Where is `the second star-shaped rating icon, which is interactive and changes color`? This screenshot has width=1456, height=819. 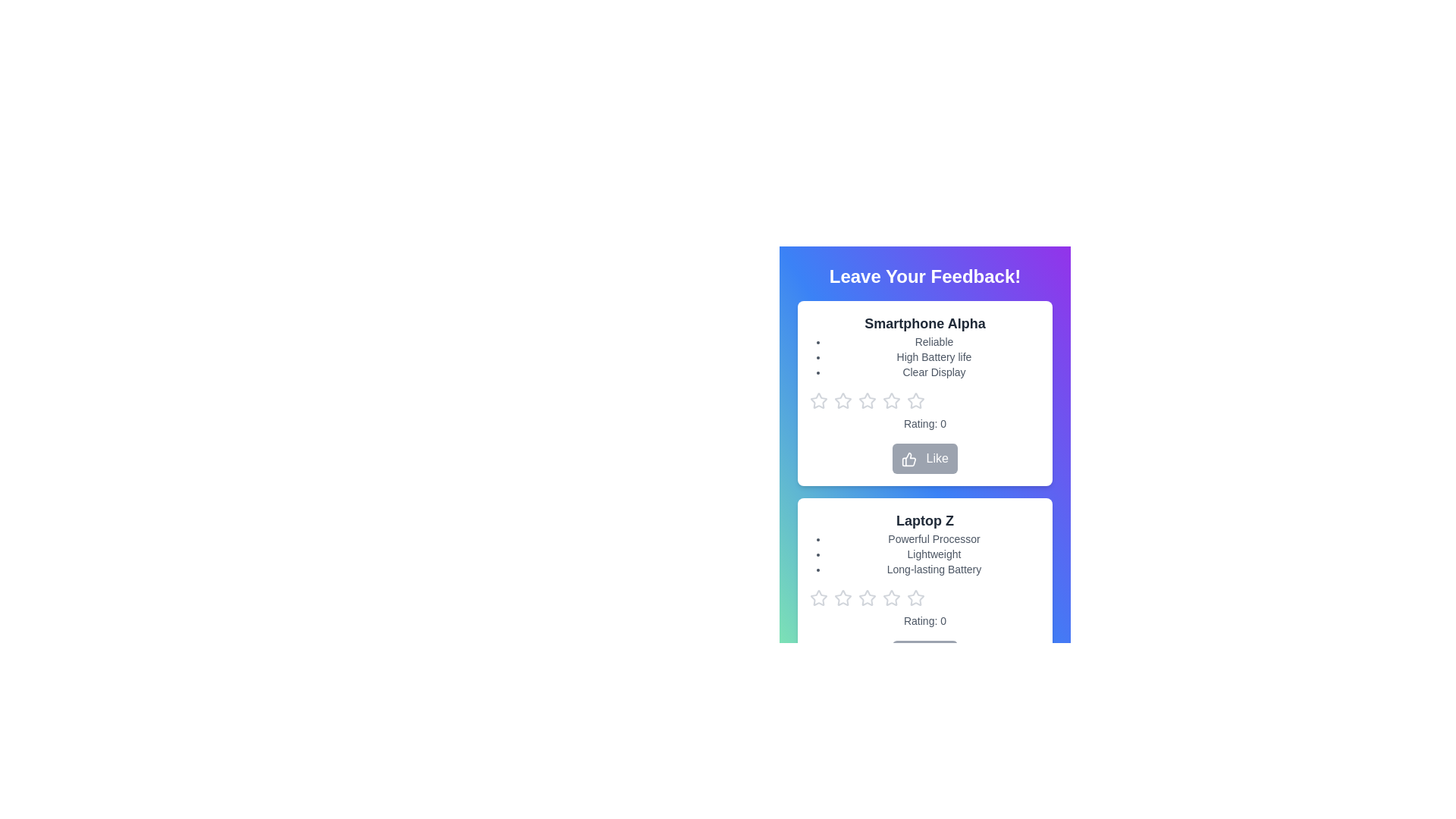 the second star-shaped rating icon, which is interactive and changes color is located at coordinates (867, 597).